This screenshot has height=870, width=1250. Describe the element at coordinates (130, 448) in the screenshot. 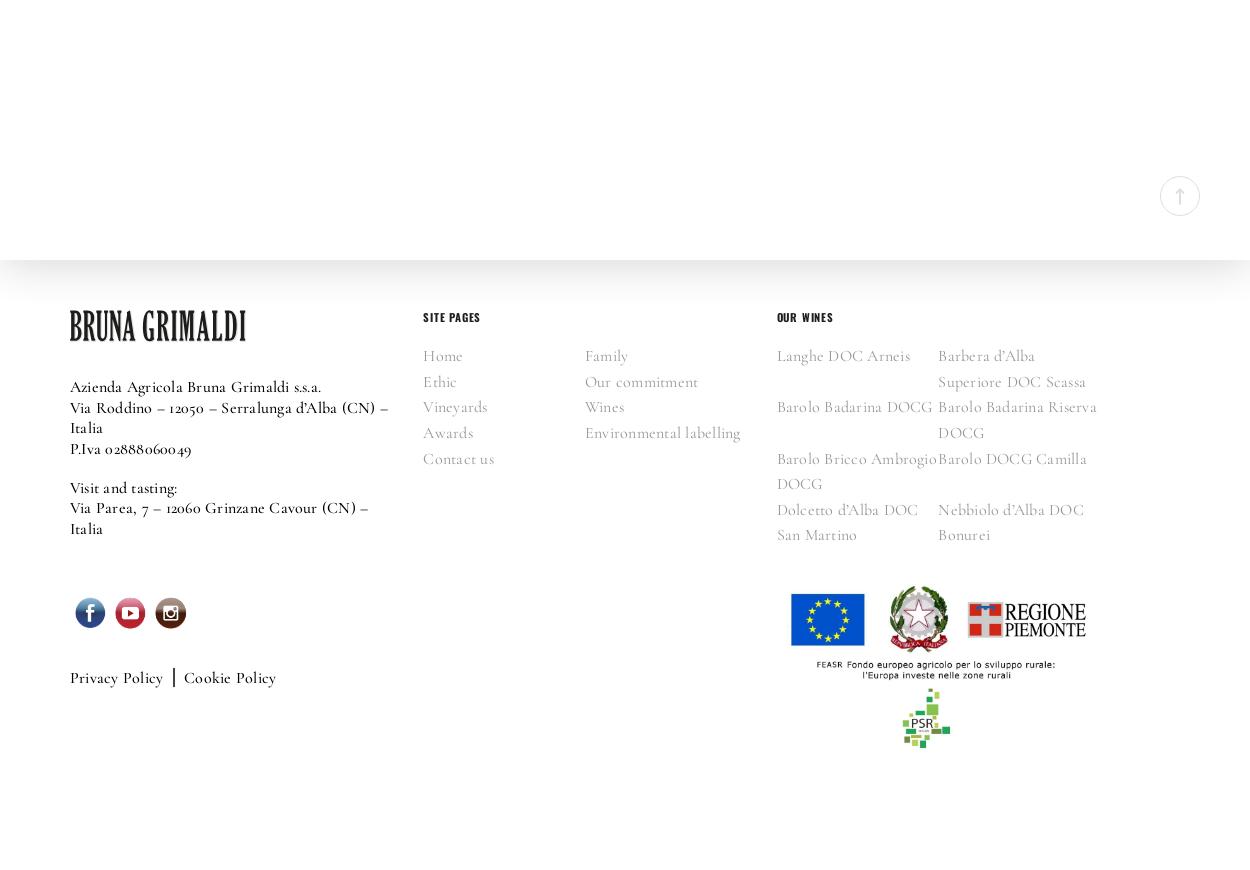

I see `'P.Iva 02888060049'` at that location.